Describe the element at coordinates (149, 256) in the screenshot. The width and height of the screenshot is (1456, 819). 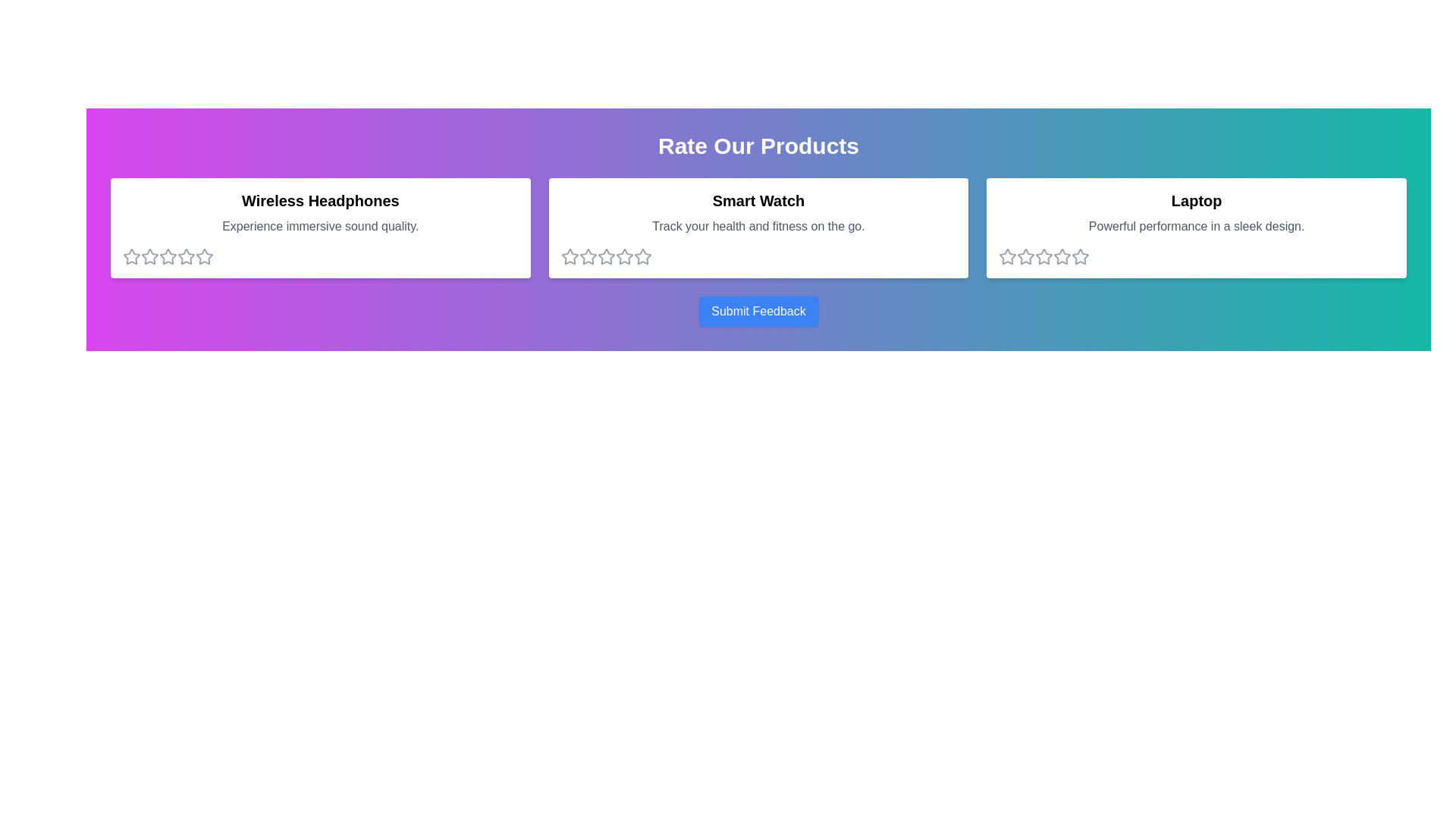
I see `the 2 star for the product Wireless Headphones to set its rating` at that location.